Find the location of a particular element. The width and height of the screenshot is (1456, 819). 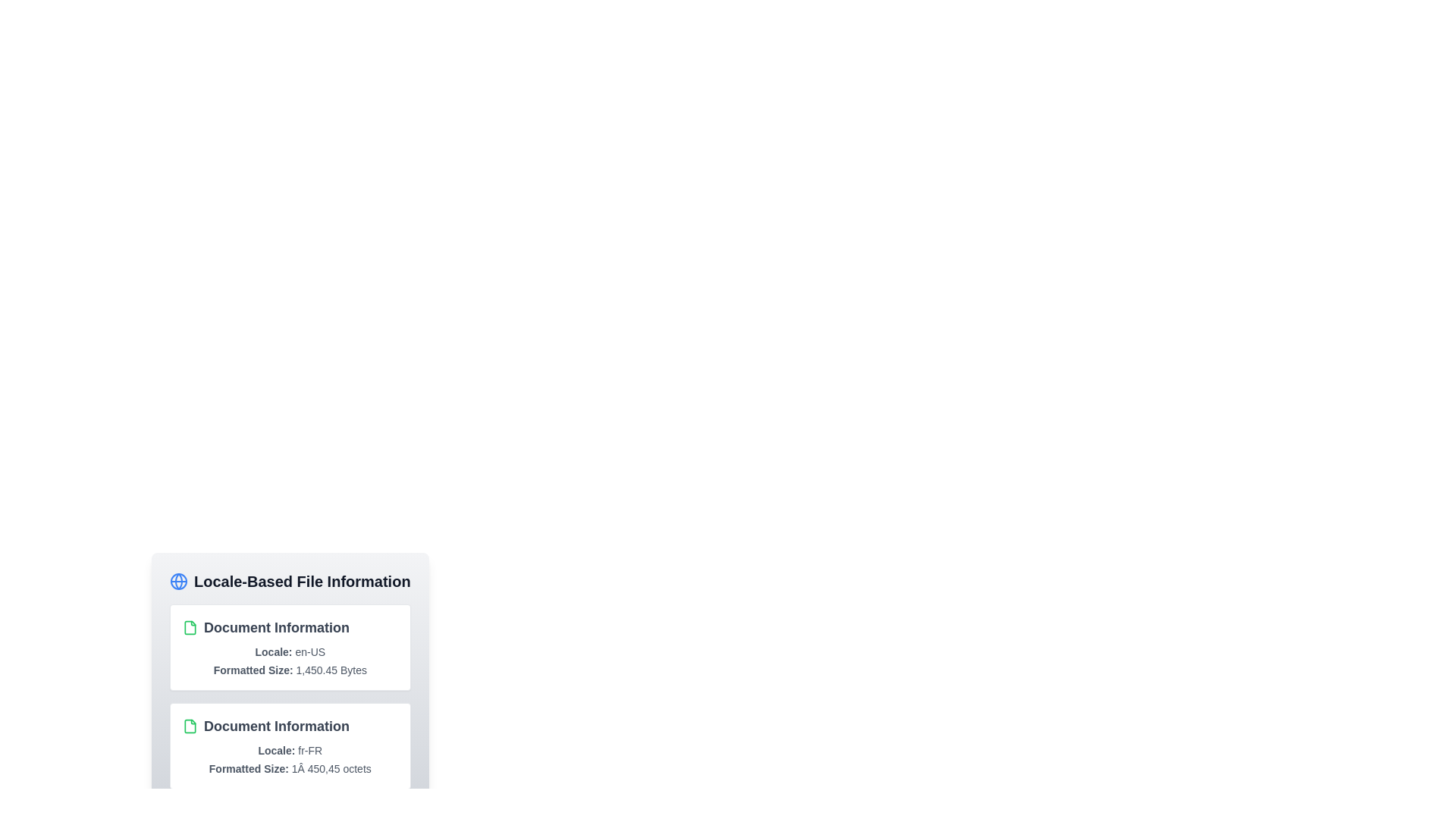

the text label that displays the locale setting in the document instance, located beneath the title 'Document Information' is located at coordinates (290, 751).